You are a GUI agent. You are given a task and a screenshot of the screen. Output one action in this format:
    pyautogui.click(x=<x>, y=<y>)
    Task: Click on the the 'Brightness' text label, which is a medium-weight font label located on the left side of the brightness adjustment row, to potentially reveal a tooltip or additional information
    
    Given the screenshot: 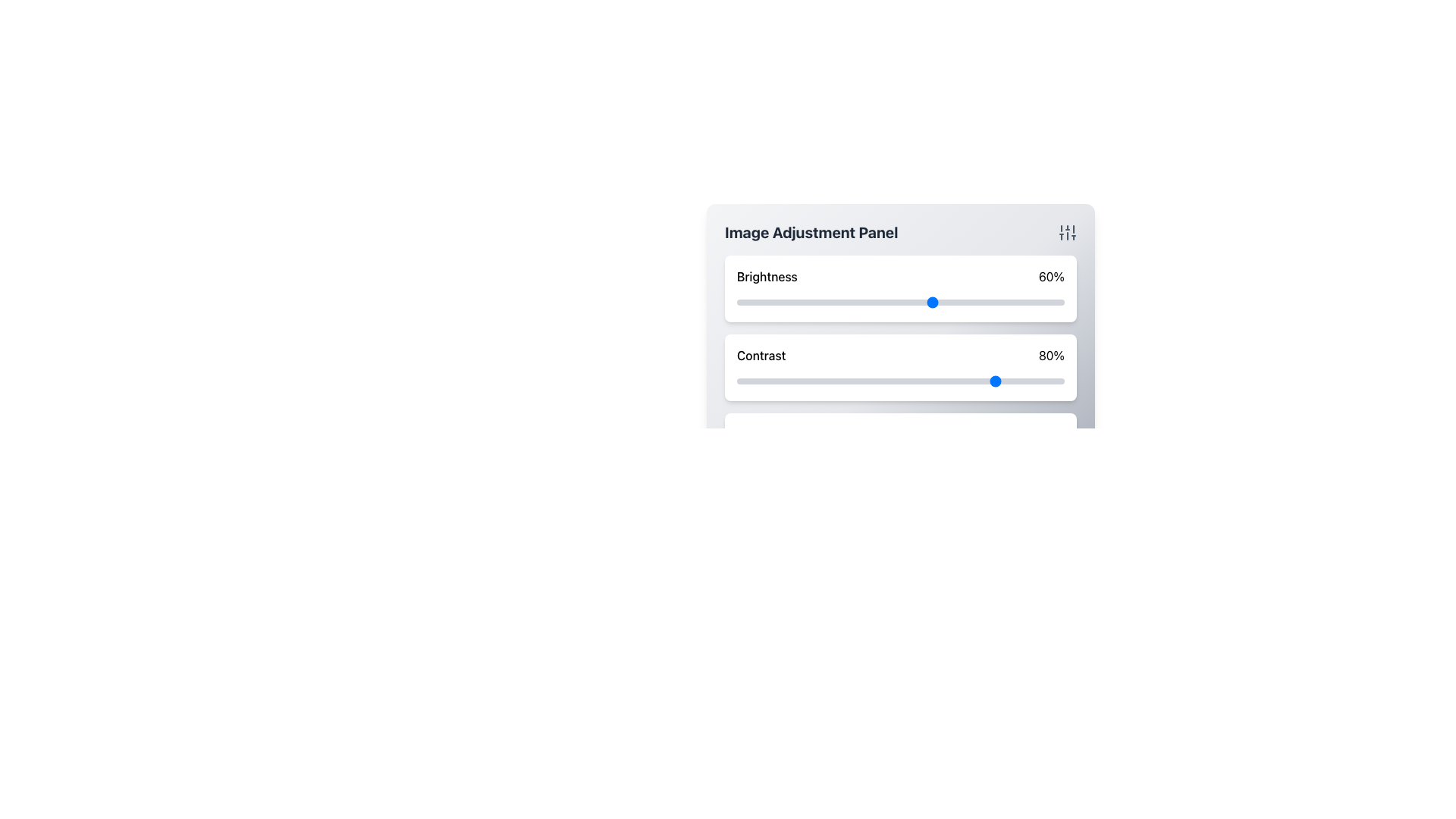 What is the action you would take?
    pyautogui.click(x=767, y=277)
    